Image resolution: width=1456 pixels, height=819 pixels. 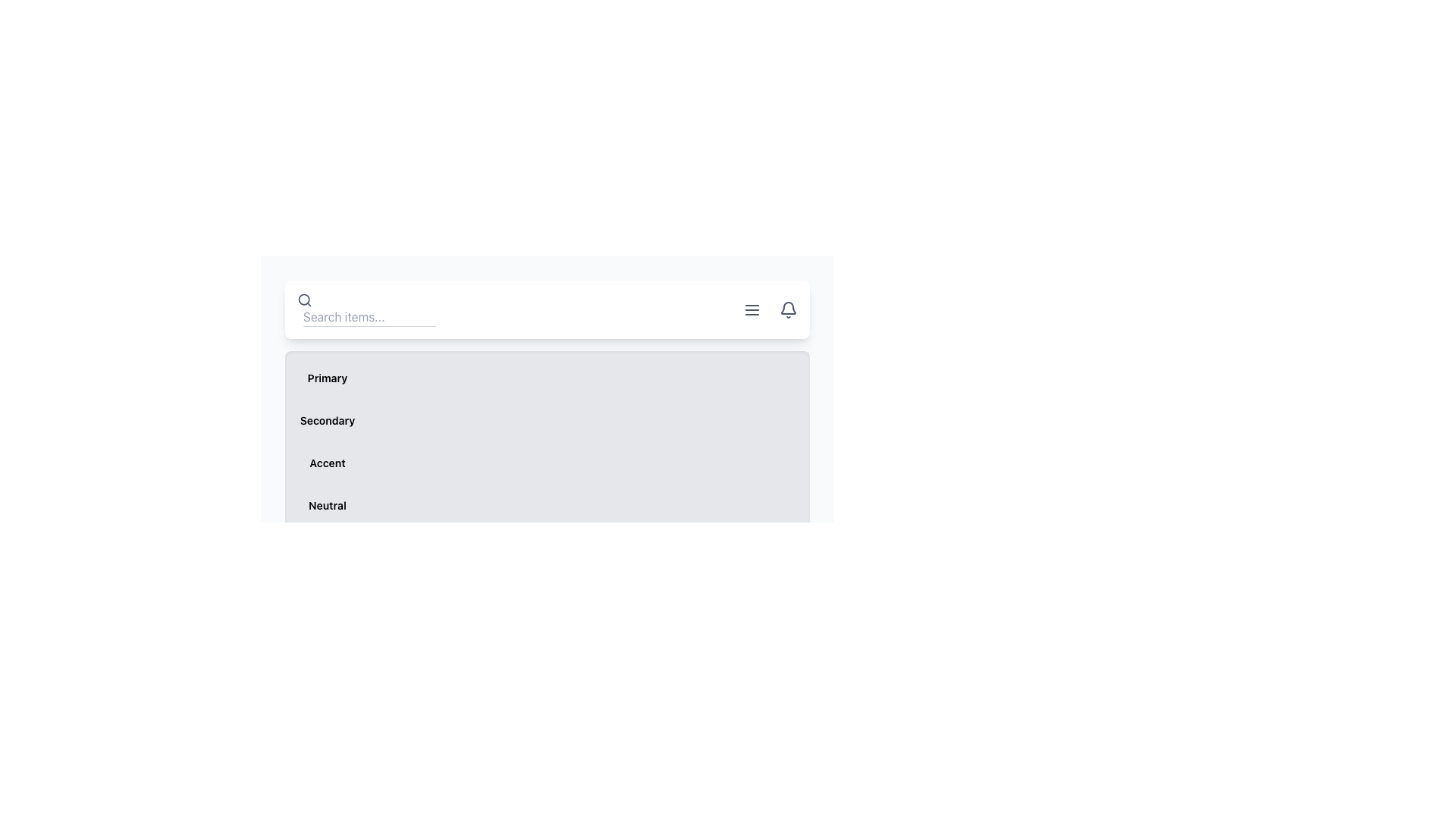 I want to click on the SVG Circle that represents the lens of the magnifying glass in the search icon located near the top-right corner of the layout, so click(x=303, y=300).